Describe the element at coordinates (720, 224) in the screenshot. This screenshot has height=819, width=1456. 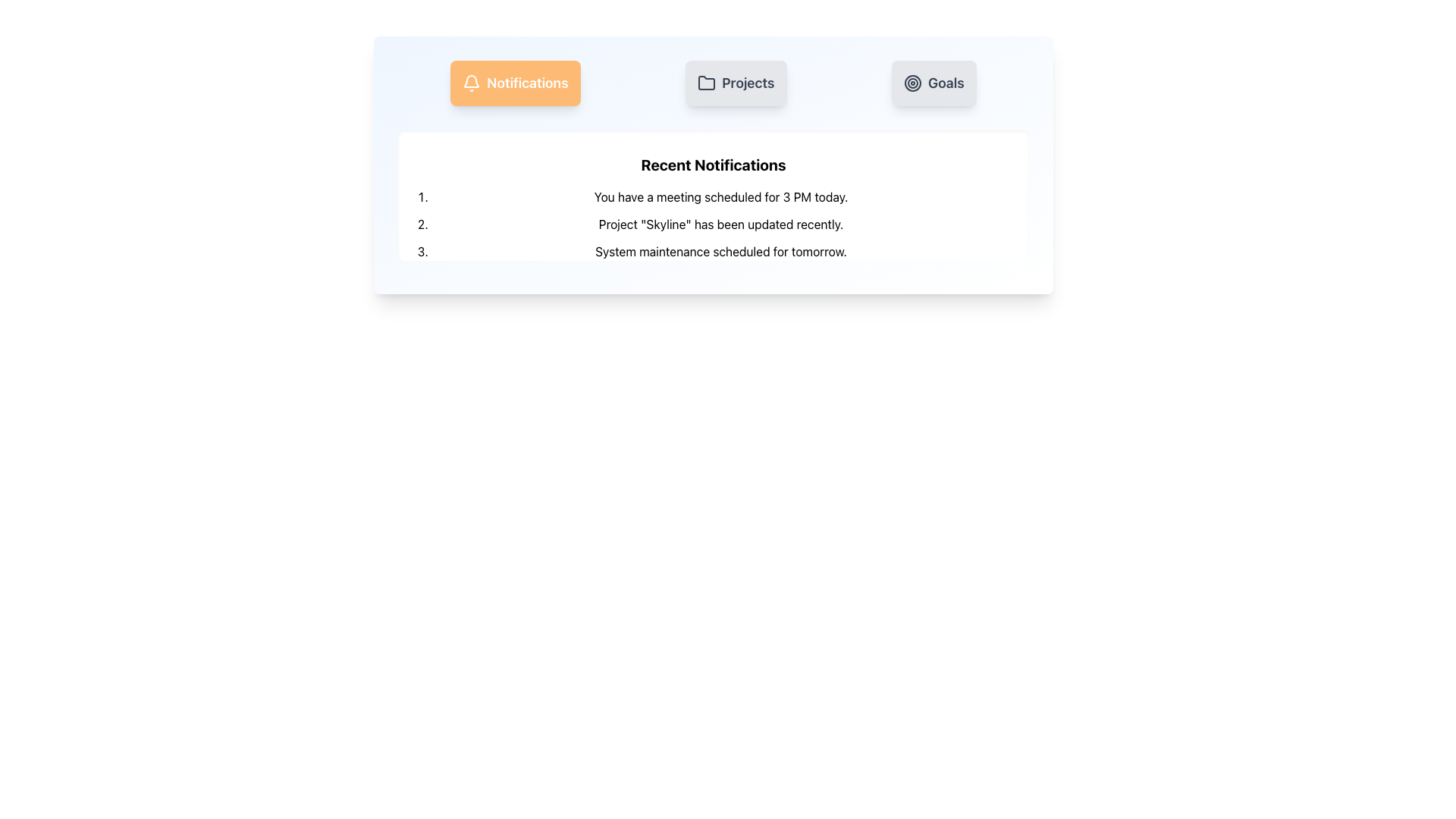
I see `non-interactive text line that serves as a notification about a recent update related to 'Project "Skyline"', which is the second item in the 'Recent Notifications' list` at that location.